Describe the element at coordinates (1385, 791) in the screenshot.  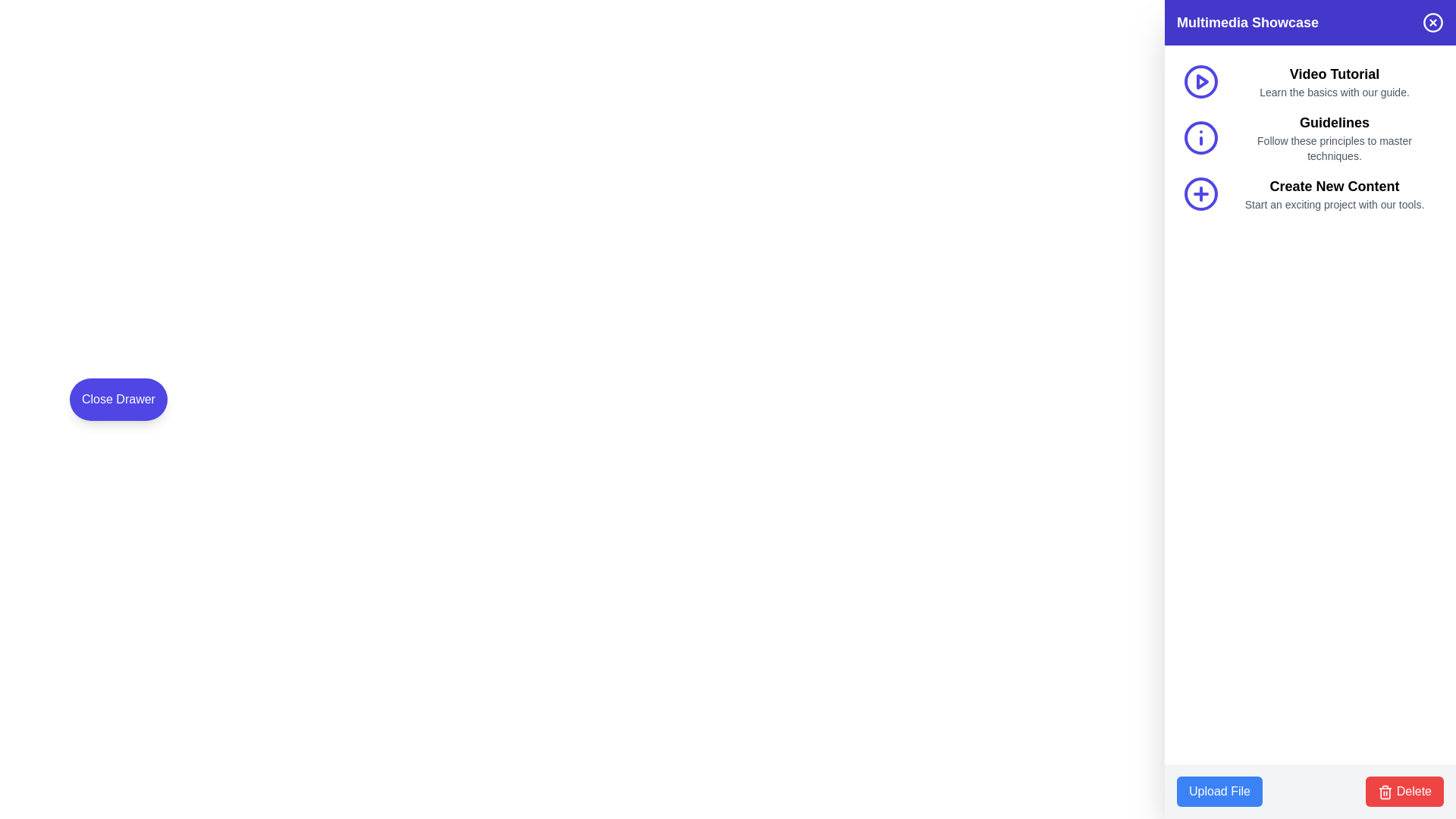
I see `the delete icon located inside the red 'Delete' button at the bottom-right corner of the interface, positioned to the left of the text label` at that location.